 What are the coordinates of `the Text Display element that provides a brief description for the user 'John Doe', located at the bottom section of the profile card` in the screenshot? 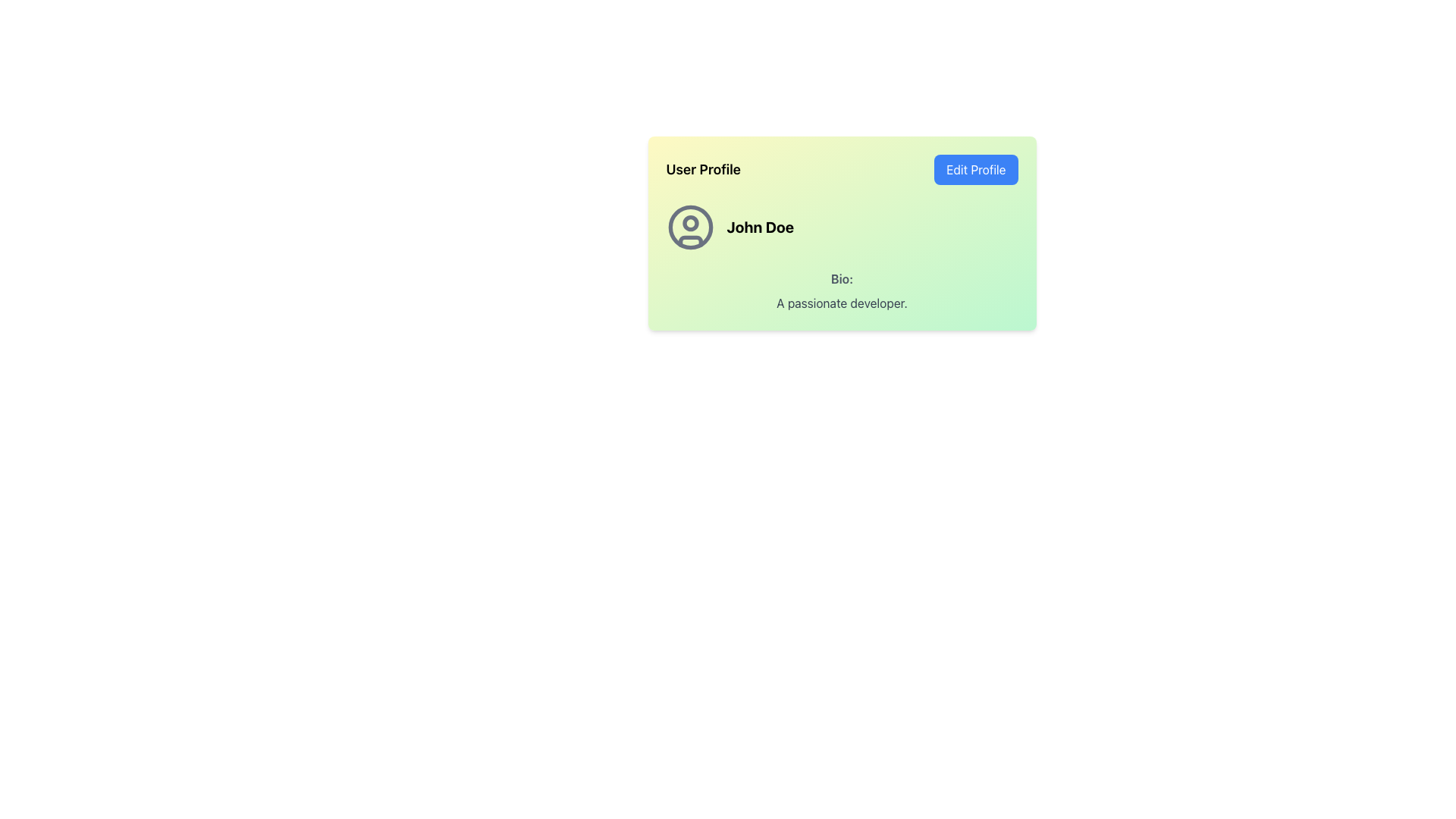 It's located at (841, 291).